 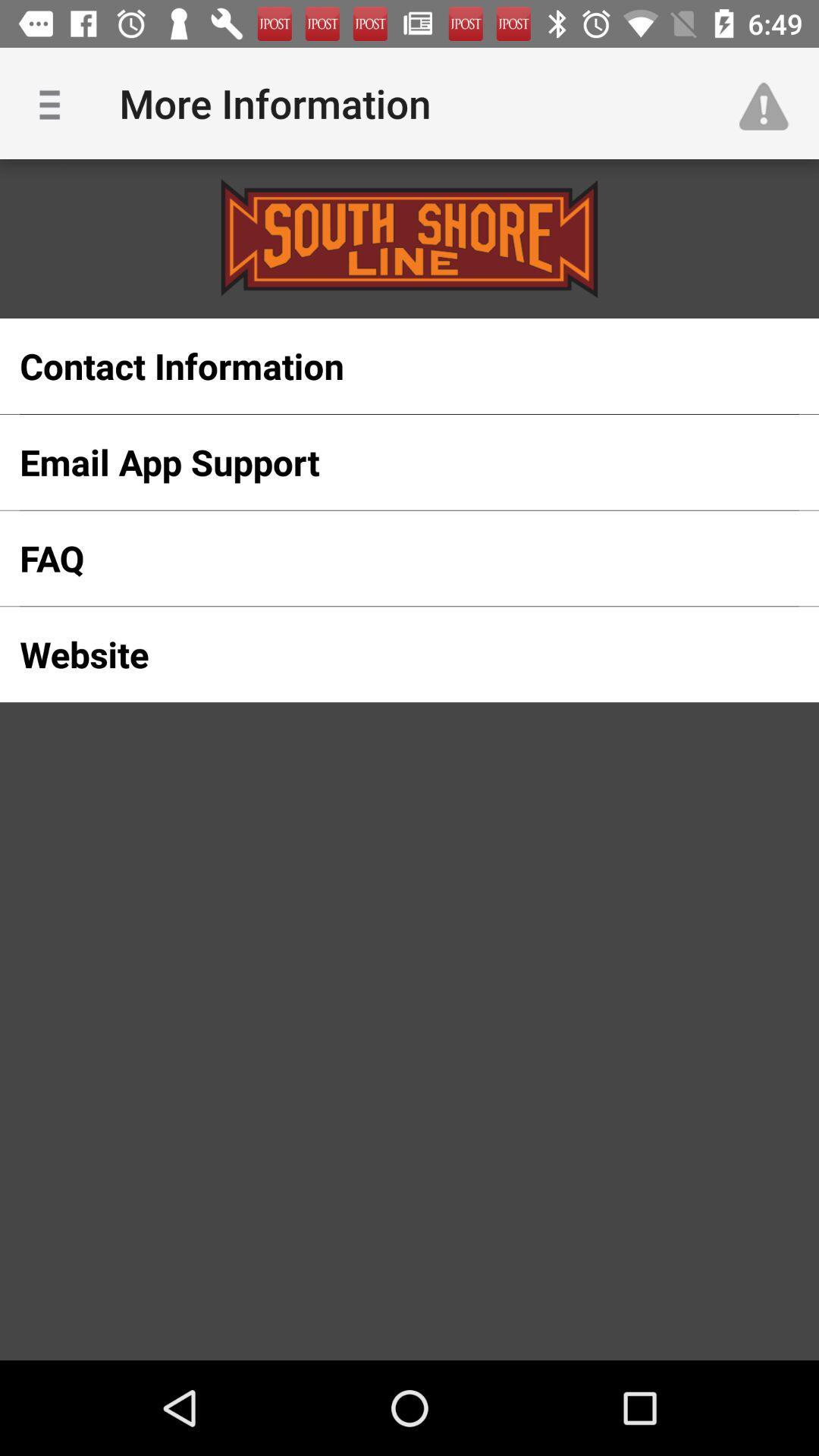 What do you see at coordinates (771, 102) in the screenshot?
I see `icon at the top right corner` at bounding box center [771, 102].